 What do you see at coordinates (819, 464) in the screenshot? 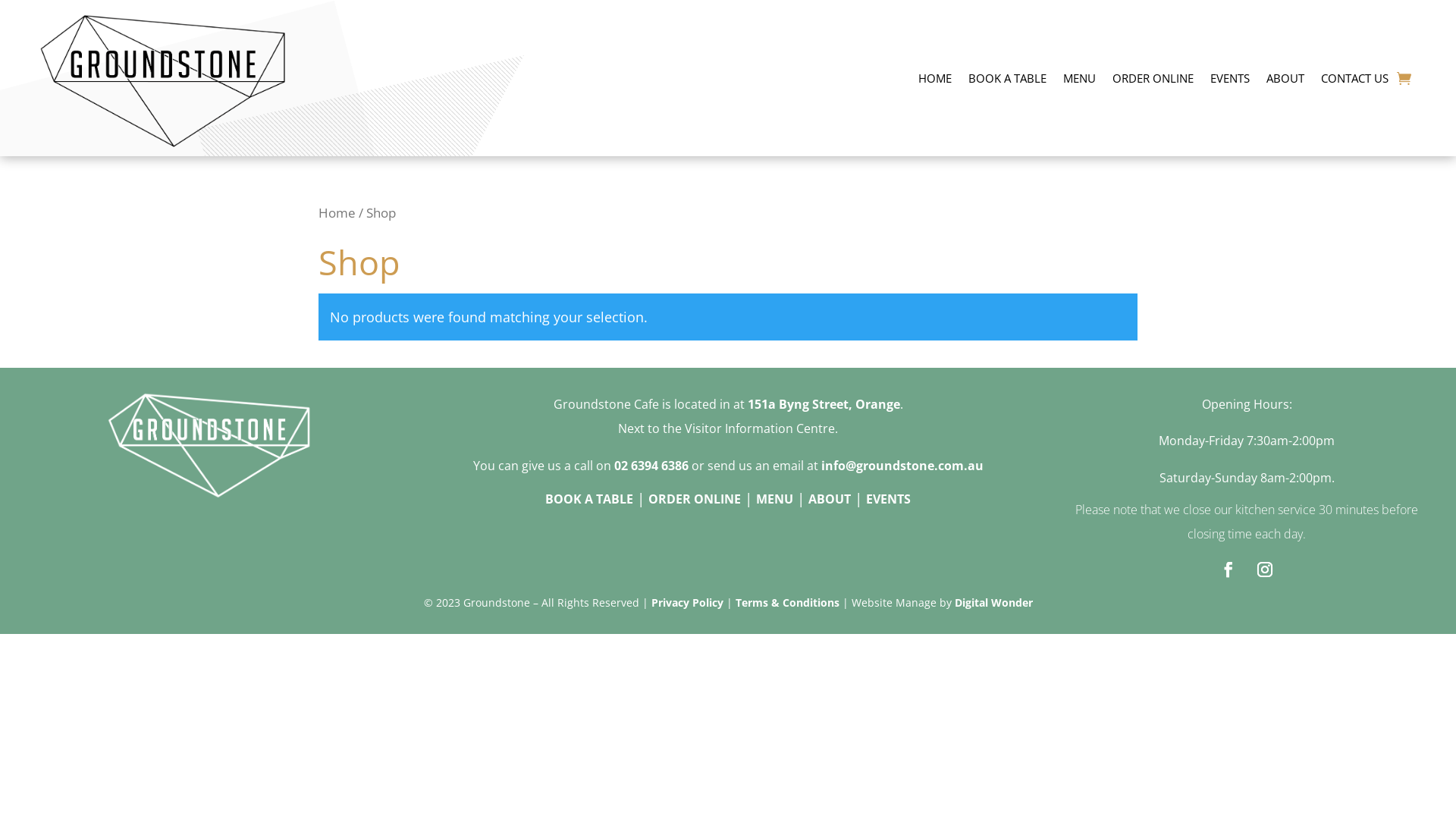
I see `'info@groundstone.com.au'` at bounding box center [819, 464].